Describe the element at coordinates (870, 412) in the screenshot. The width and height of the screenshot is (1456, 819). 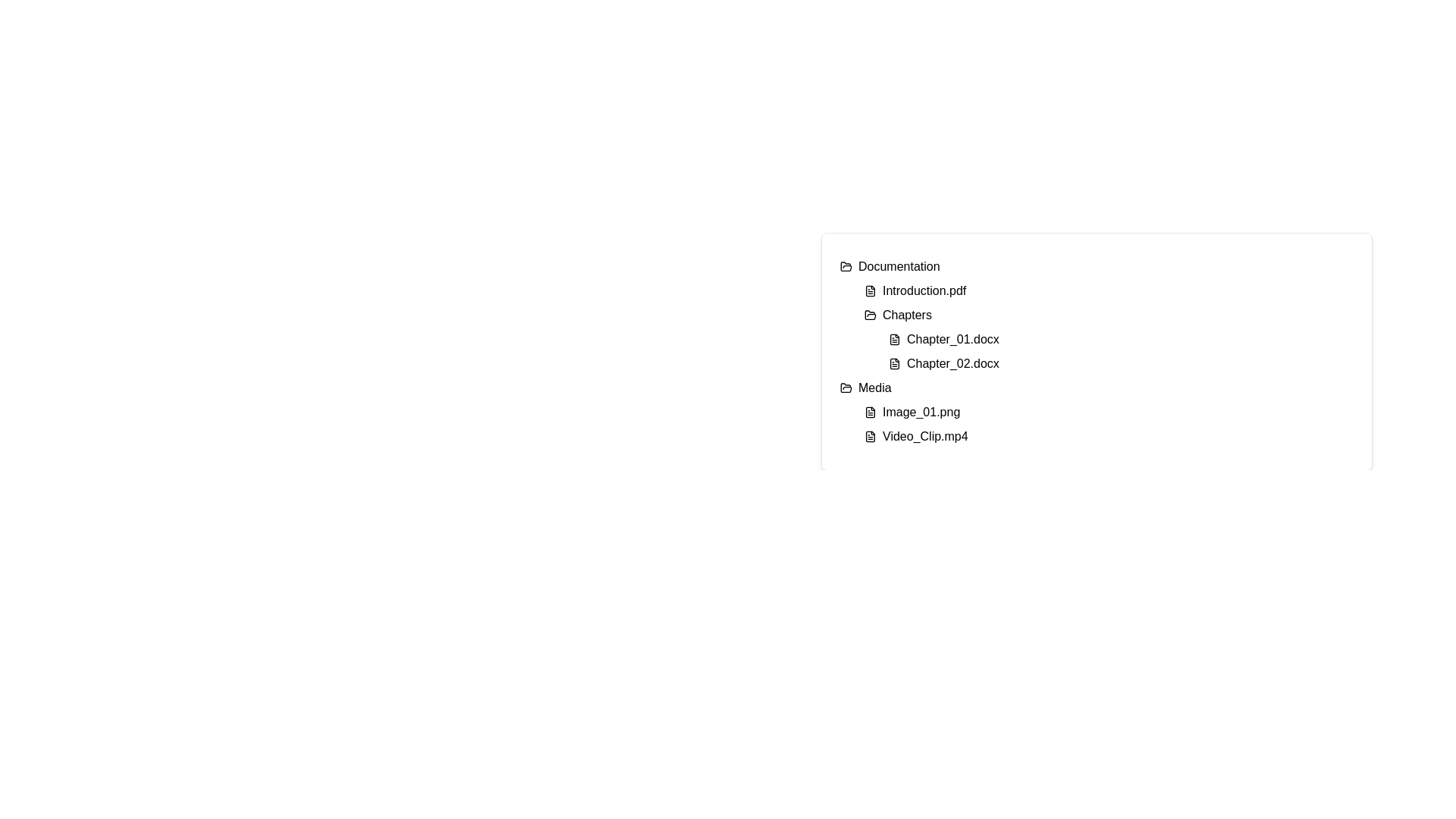
I see `the icon representing 'Image_01.png' file, which is the leftmost component in the row of the Media folder` at that location.